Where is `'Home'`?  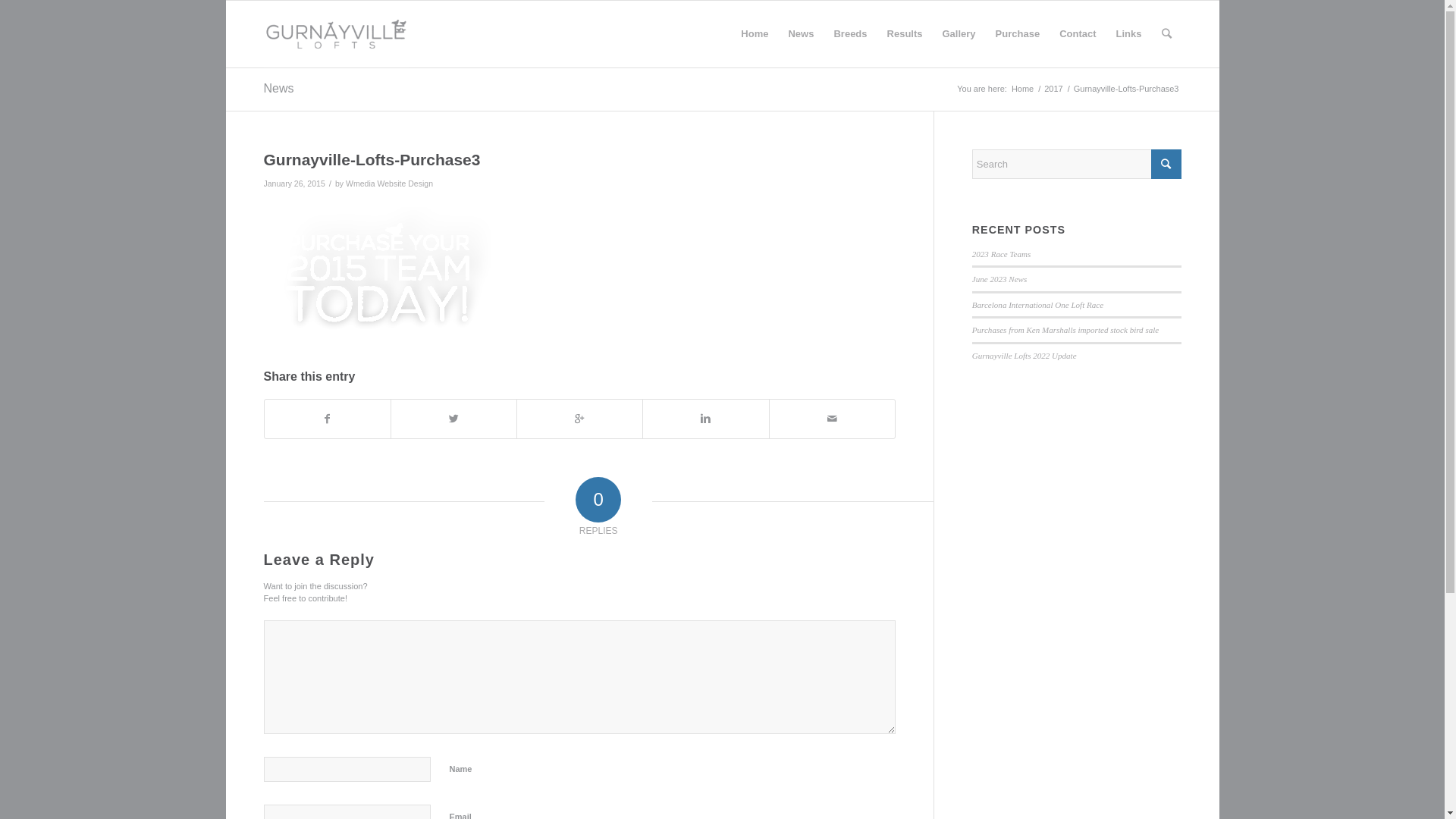 'Home' is located at coordinates (1022, 89).